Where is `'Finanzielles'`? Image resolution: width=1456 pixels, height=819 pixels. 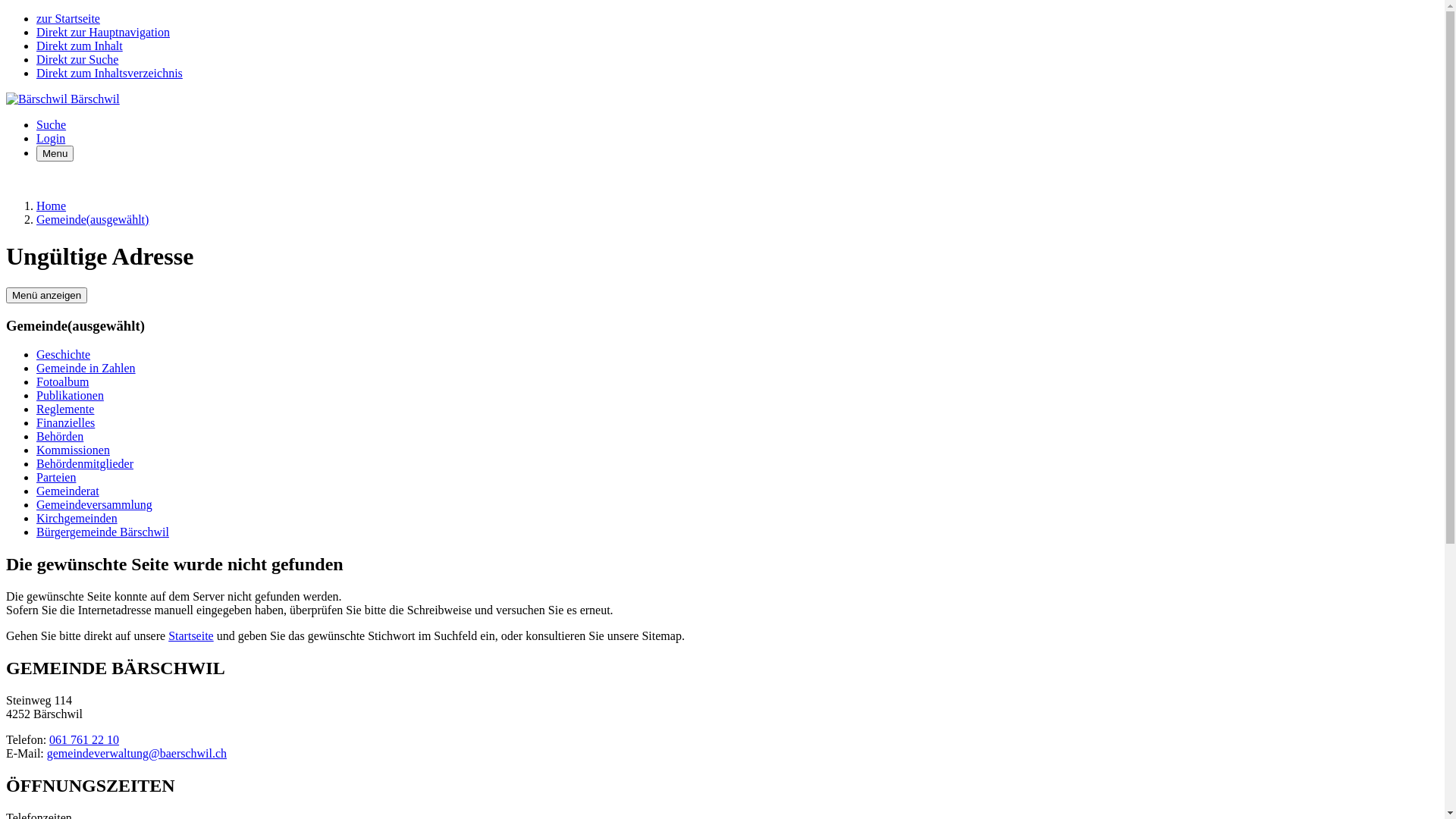 'Finanzielles' is located at coordinates (64, 422).